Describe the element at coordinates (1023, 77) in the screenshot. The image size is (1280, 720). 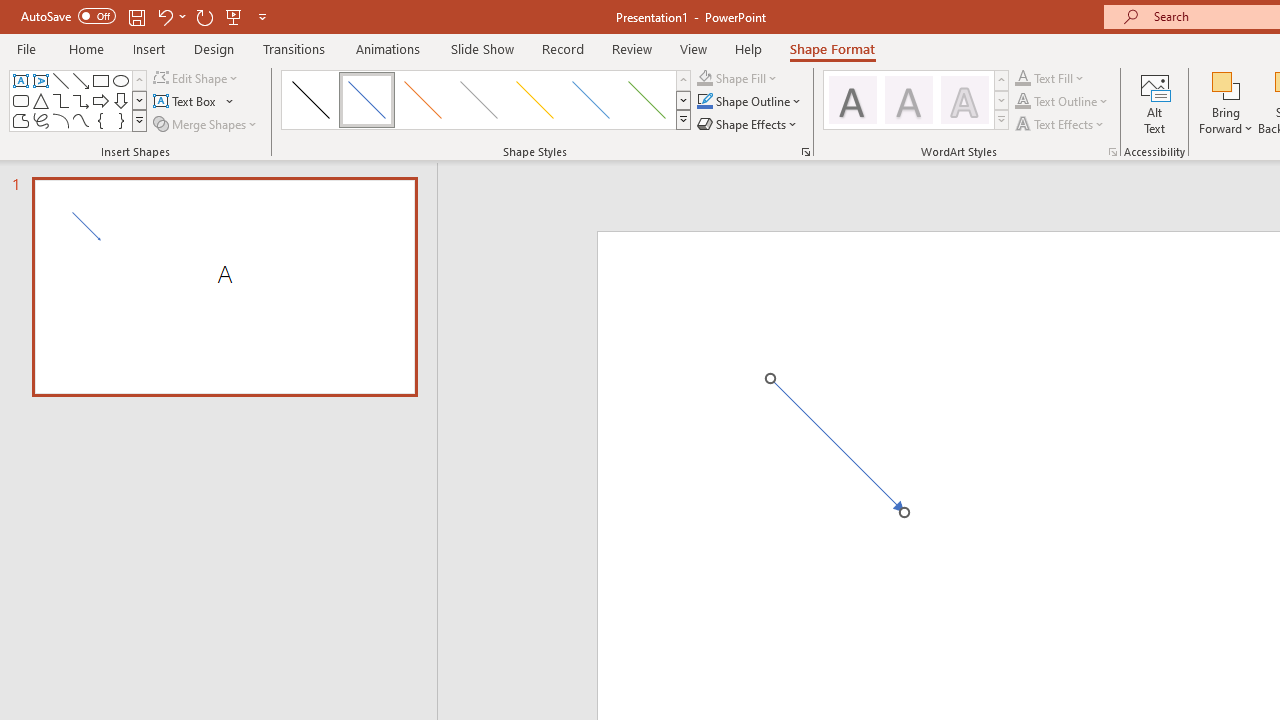
I see `'Text Fill'` at that location.